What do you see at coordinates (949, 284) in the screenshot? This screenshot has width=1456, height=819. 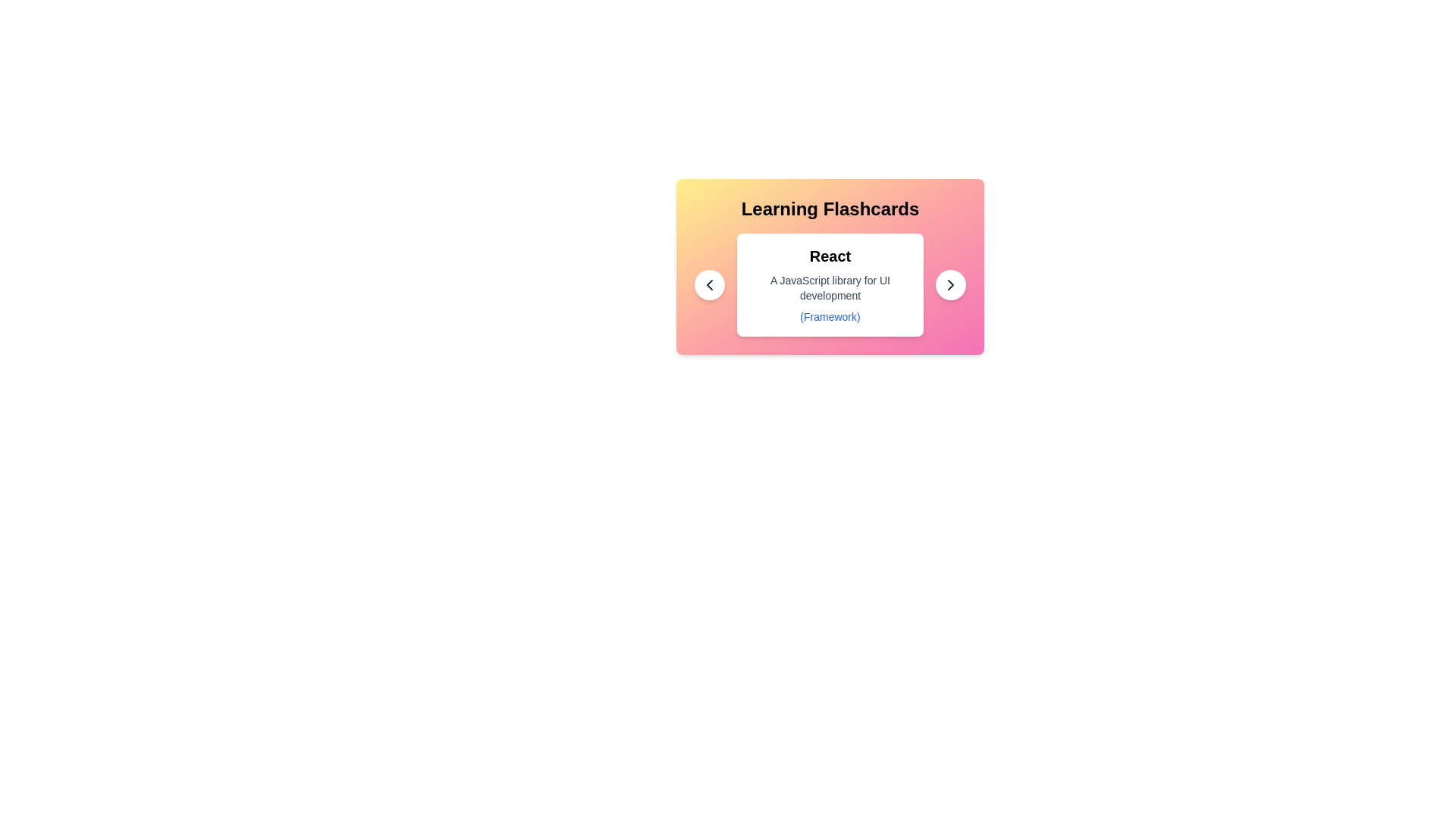 I see `the right arrow button to navigate to the next flashcard` at bounding box center [949, 284].